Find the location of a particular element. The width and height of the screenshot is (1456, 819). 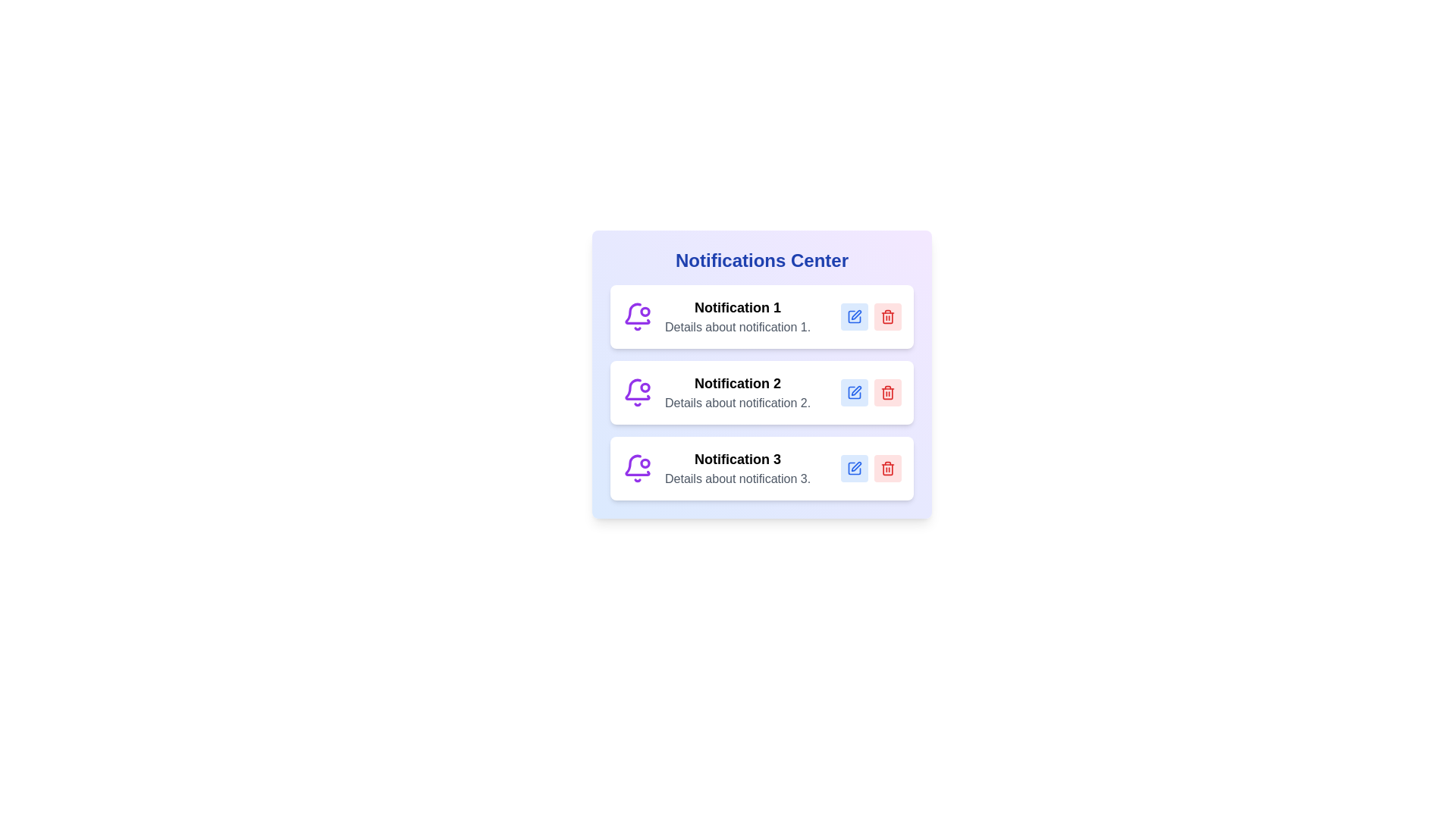

the text block titled 'Notification 2' which contains details about notification 2, positioned in the middle section of the notification center is located at coordinates (738, 391).